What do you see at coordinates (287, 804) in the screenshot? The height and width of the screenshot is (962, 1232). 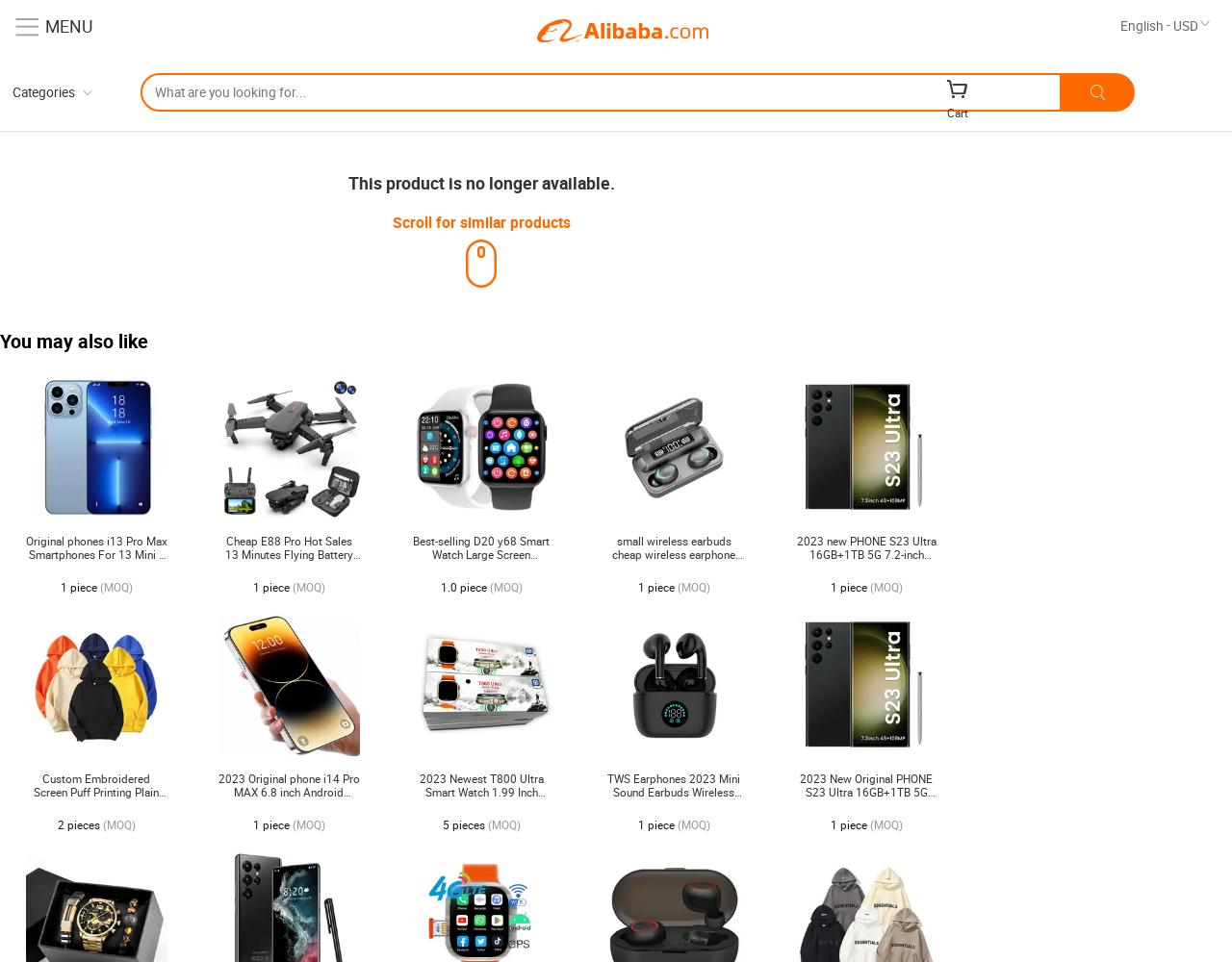 I see `'2023 Original phone i14 Pro MAX 6.8 inch Android Smartphones 12GB+512GB 10-Core 5G LET Cellphones 4 Camera cell phone'` at bounding box center [287, 804].